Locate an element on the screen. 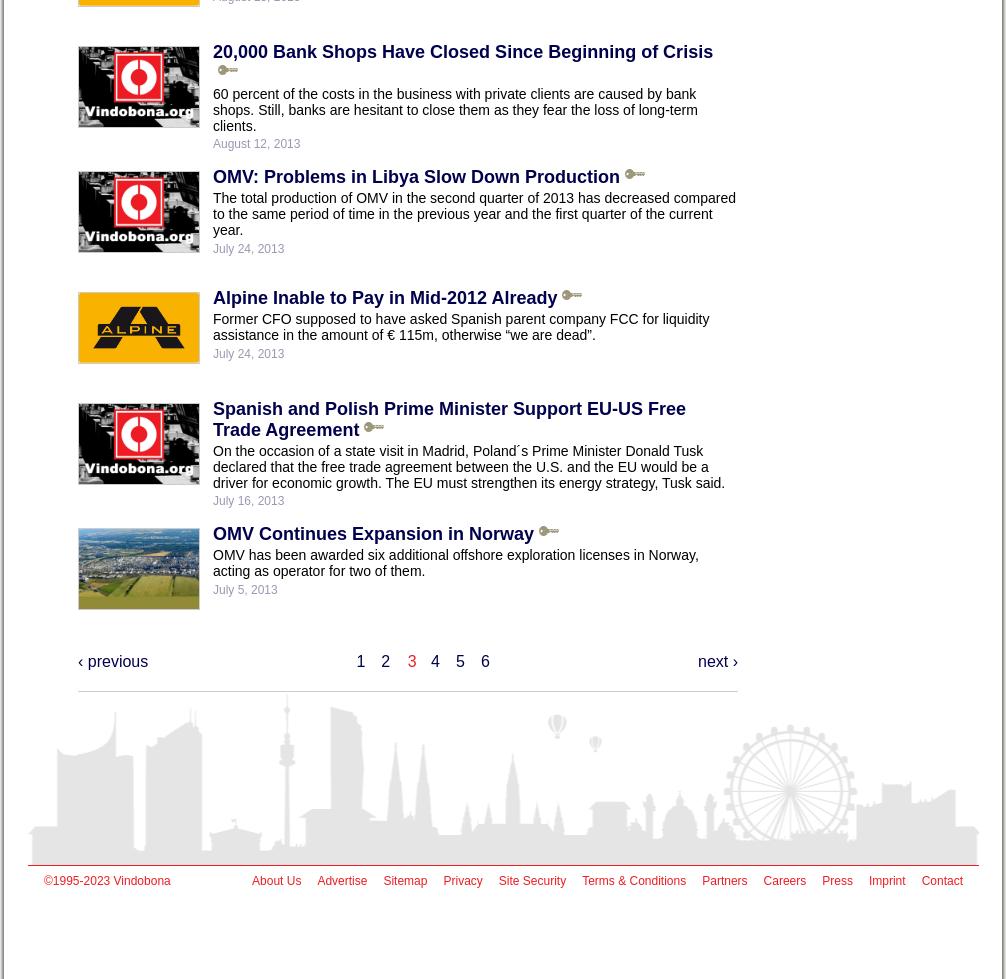  'Press' is located at coordinates (835, 880).